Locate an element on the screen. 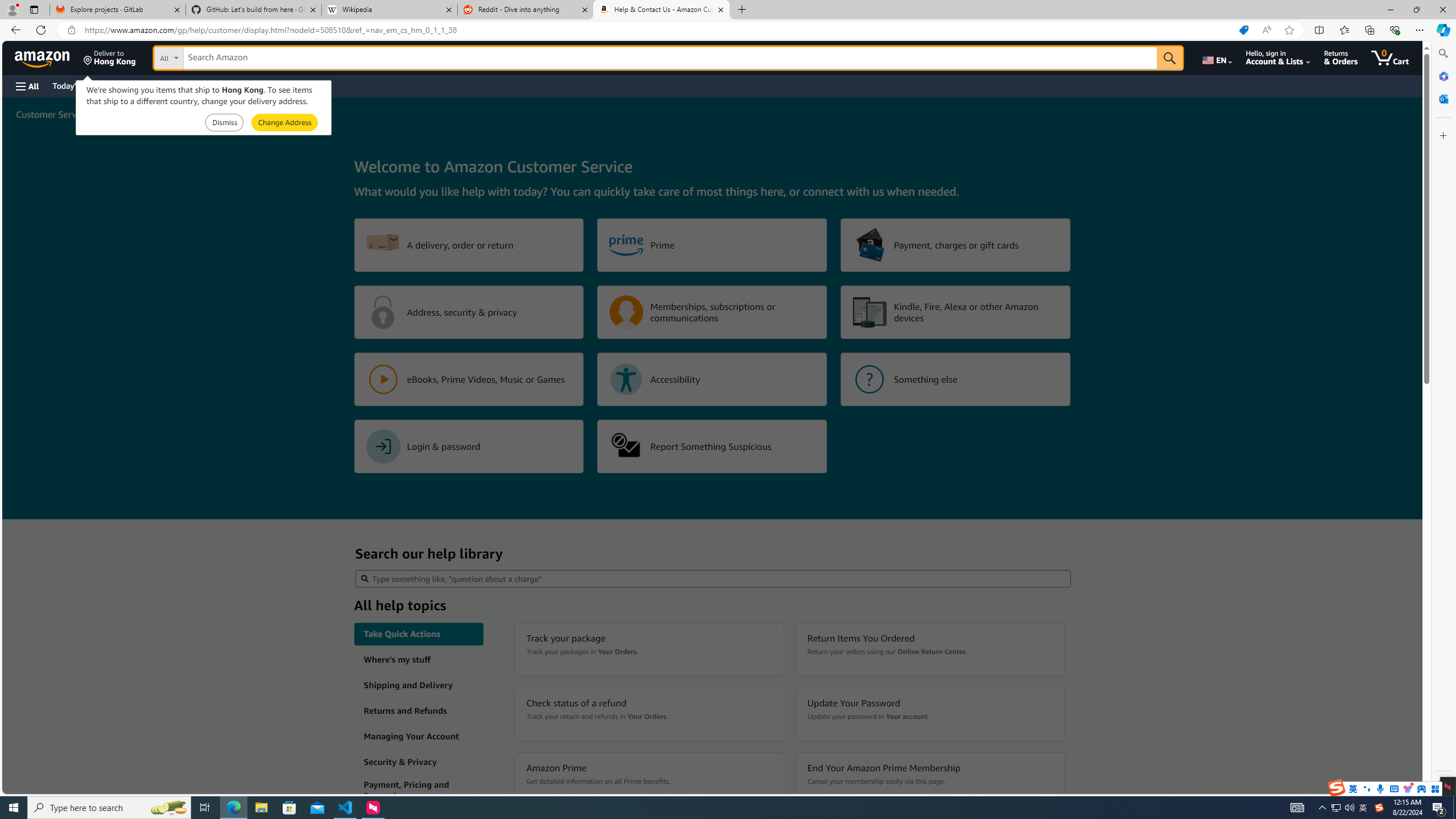  'Skip to main content' is located at coordinates (48, 56).